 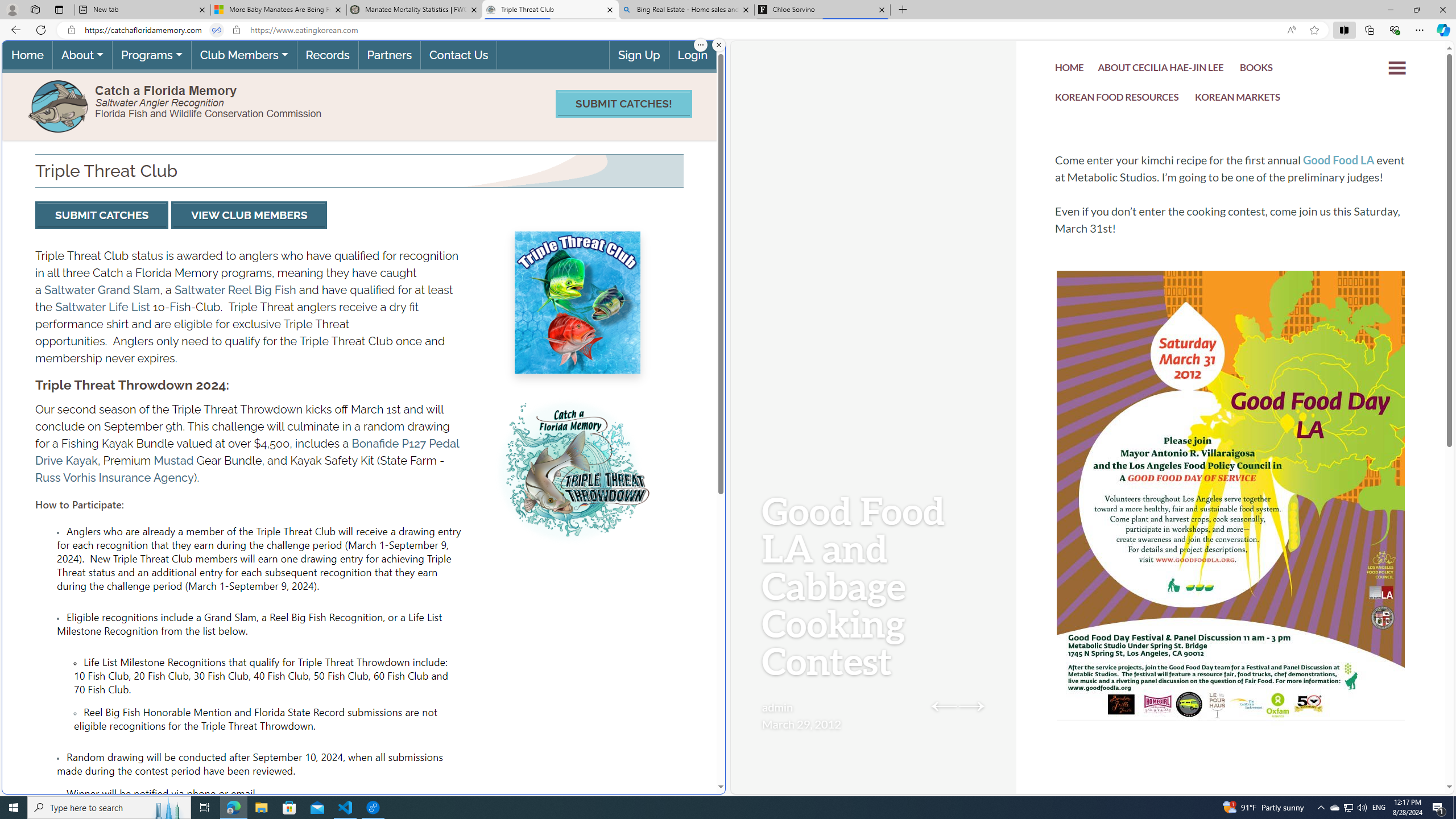 What do you see at coordinates (1069, 68) in the screenshot?
I see `'HOME'` at bounding box center [1069, 68].